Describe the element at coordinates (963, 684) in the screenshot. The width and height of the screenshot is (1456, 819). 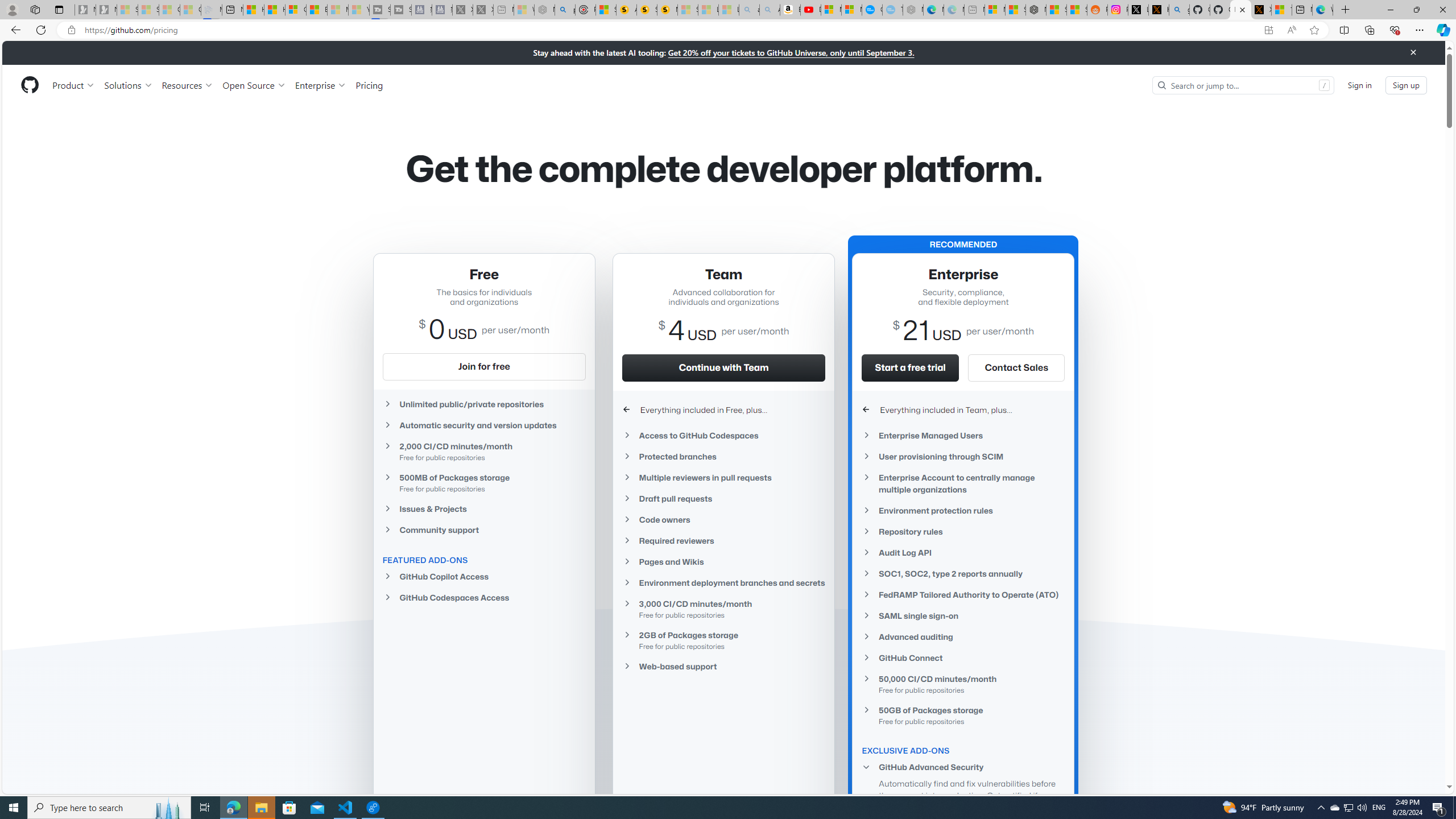
I see `'50,000 CI/CD minutes/month Free for public repositories'` at that location.